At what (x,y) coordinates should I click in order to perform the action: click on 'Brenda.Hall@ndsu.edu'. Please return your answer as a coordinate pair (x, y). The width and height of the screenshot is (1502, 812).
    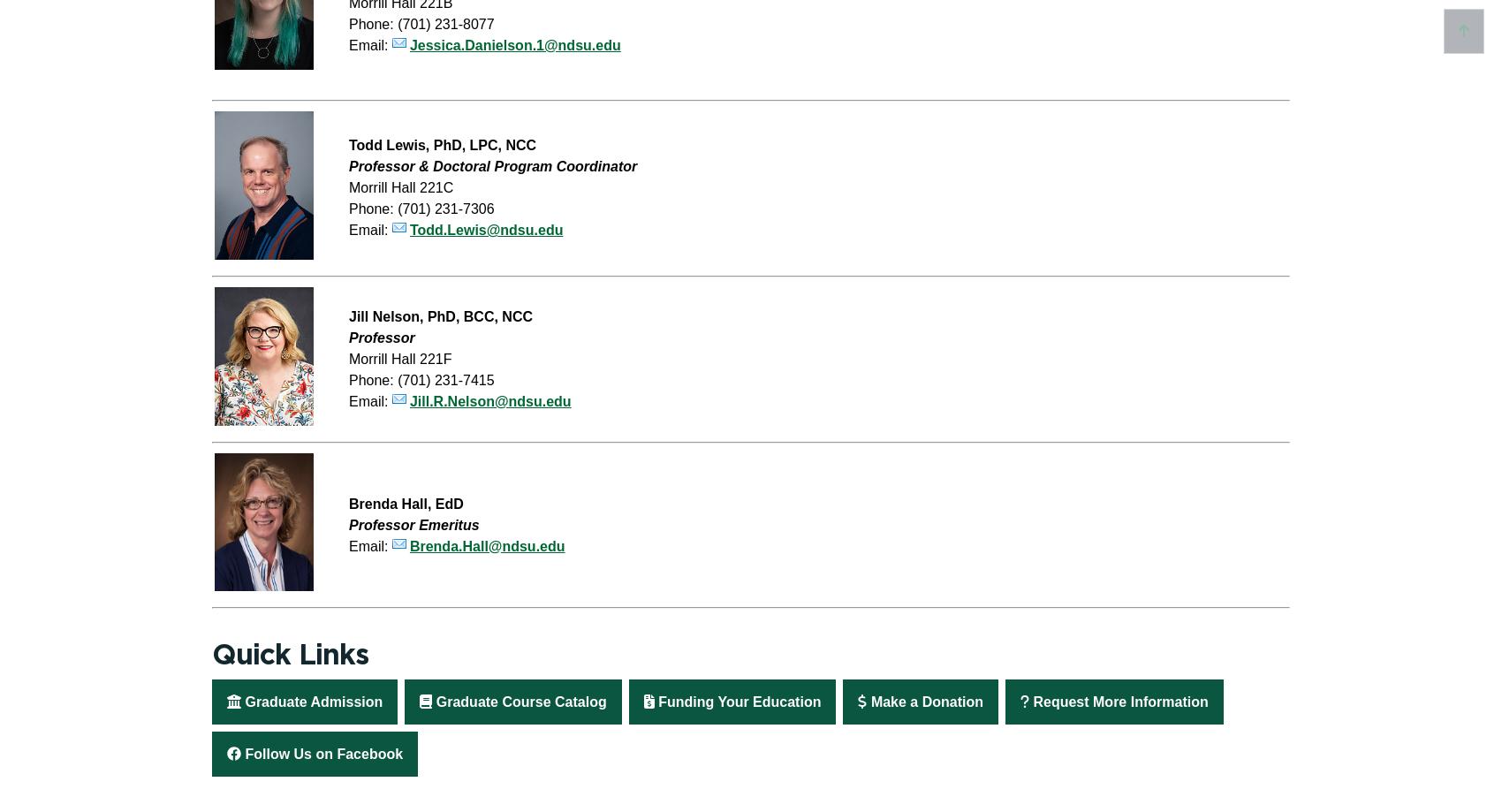
    Looking at the image, I should click on (485, 545).